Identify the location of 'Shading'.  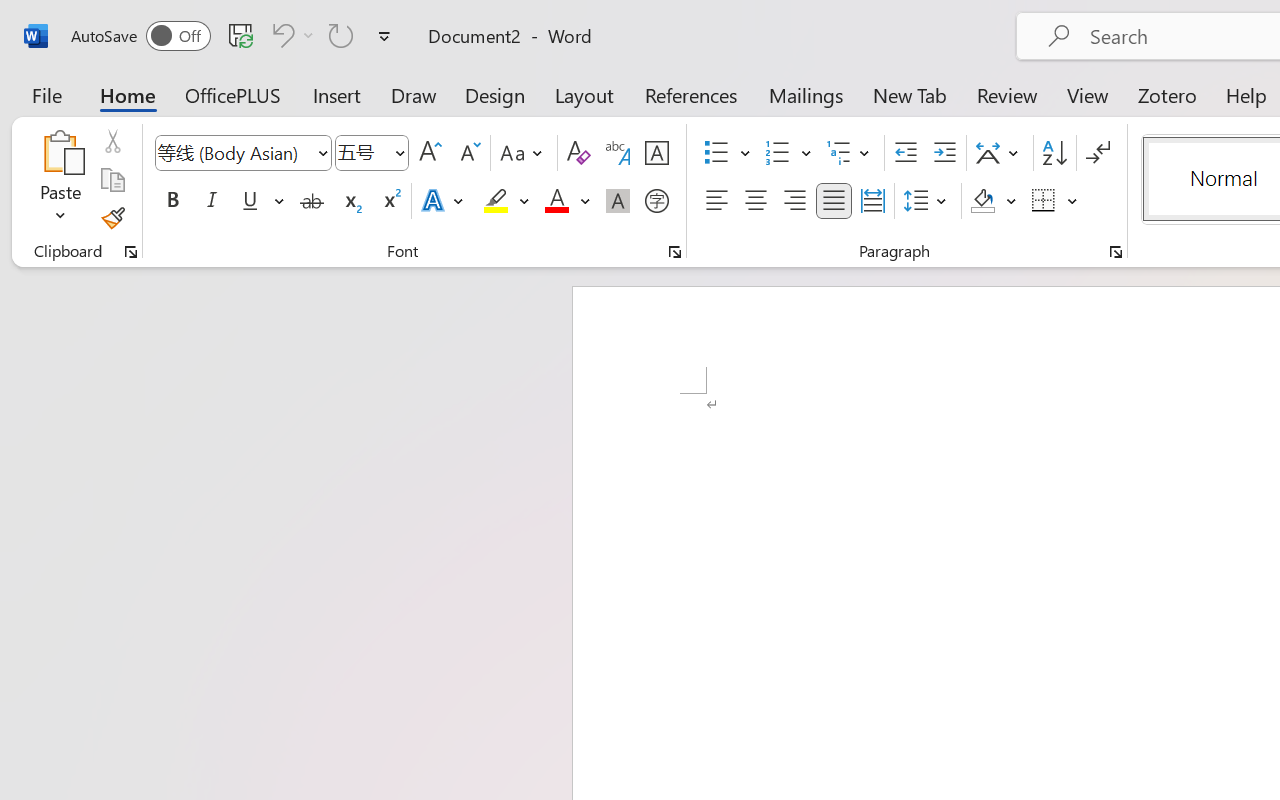
(993, 201).